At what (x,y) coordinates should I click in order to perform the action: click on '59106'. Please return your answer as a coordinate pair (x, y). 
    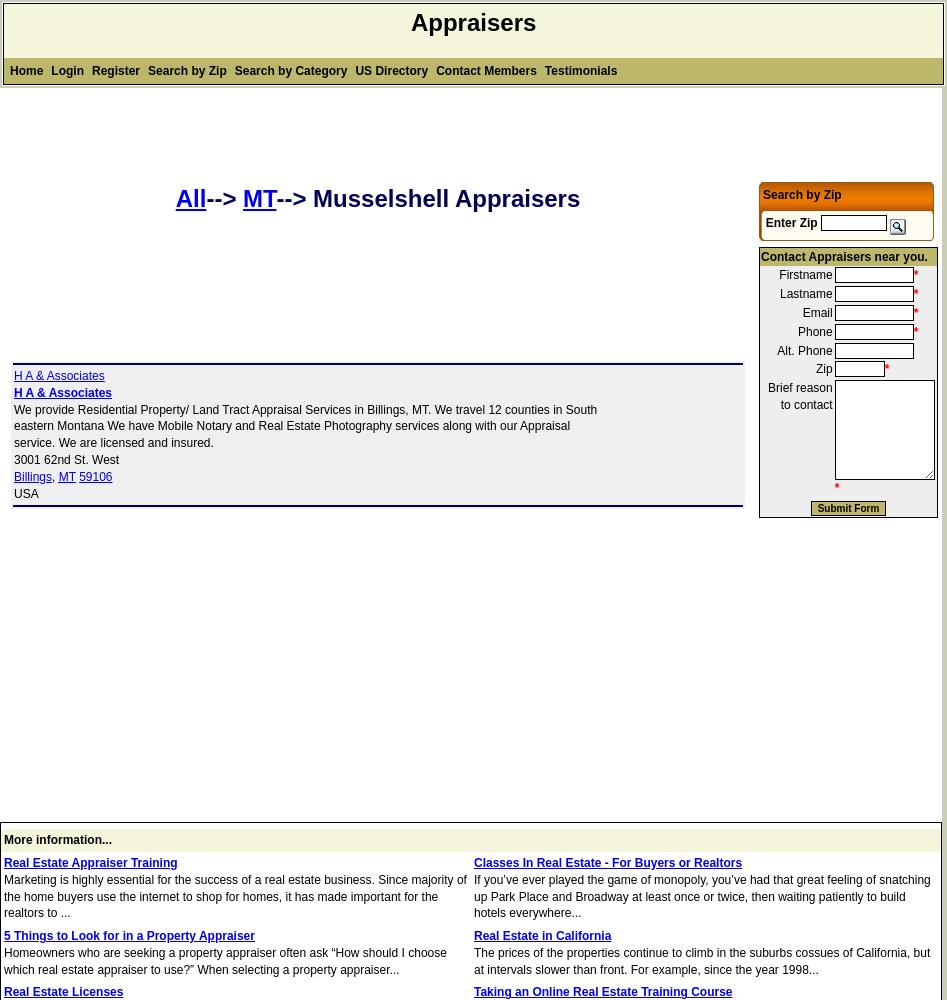
    Looking at the image, I should click on (95, 475).